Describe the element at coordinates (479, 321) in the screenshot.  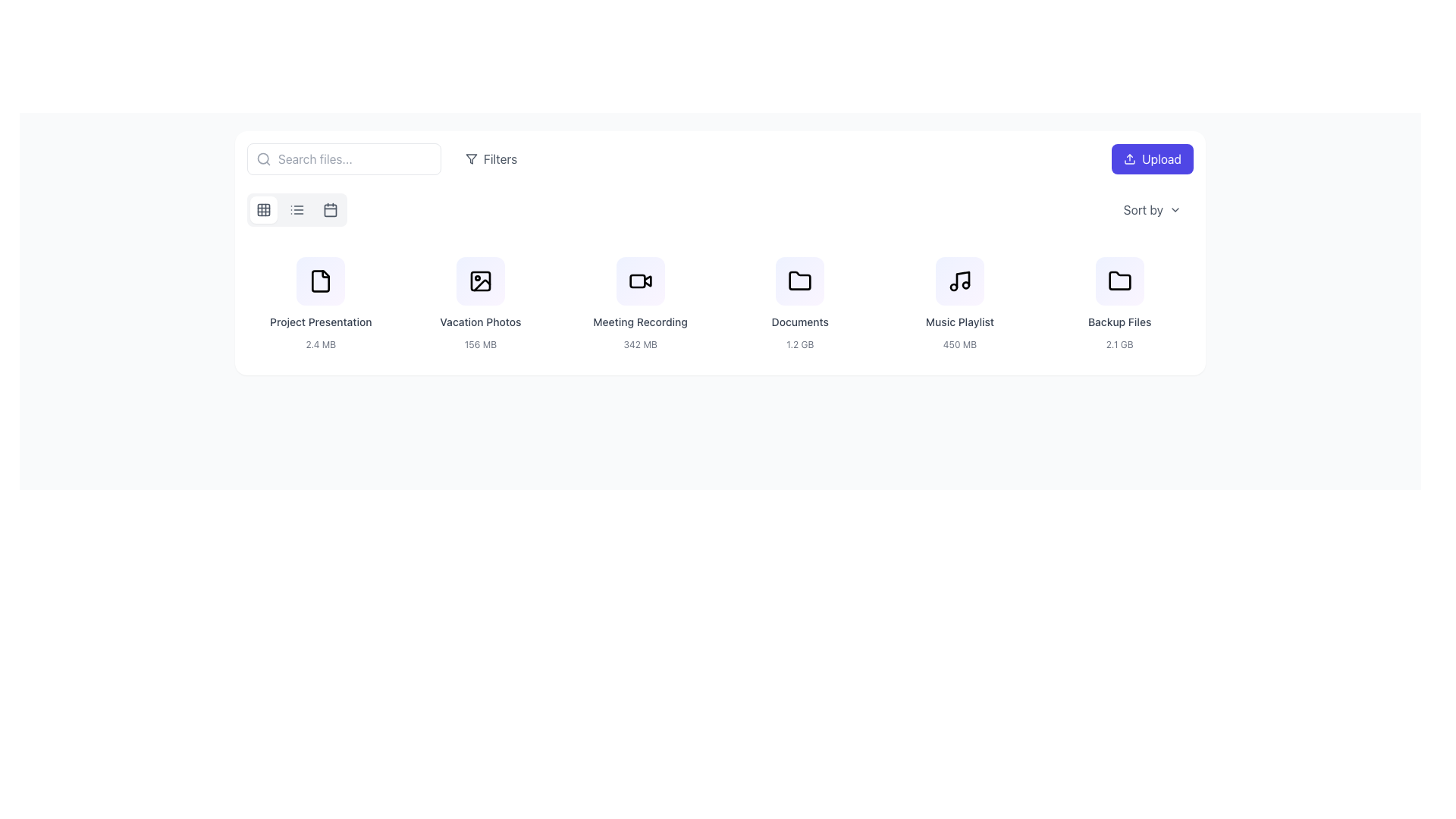
I see `the 'Vacation Photos' text label, which identifies the content type and is centrally positioned within the file grid, located under the 'Vacation Photos' icon and above the '156 MB' file size label` at that location.